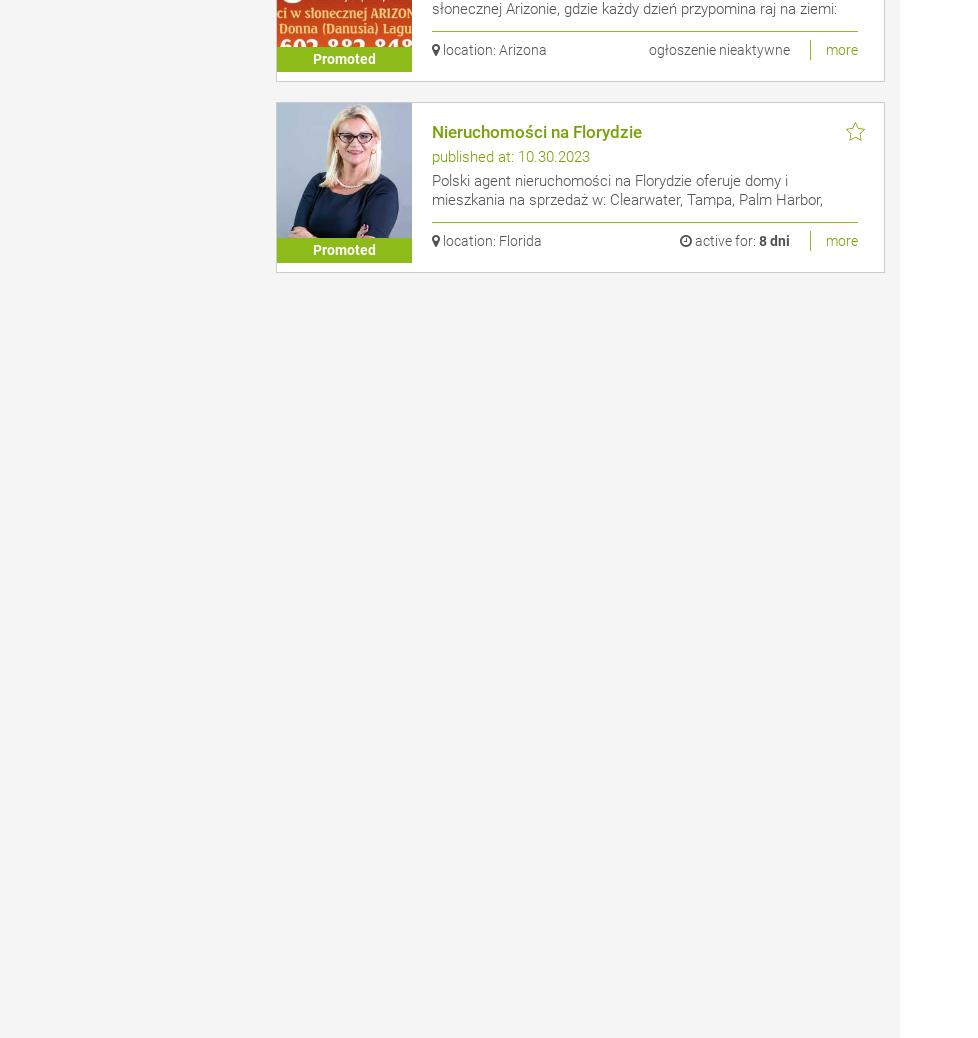 This screenshot has width=978, height=1038. I want to click on 'active for:', so click(724, 240).